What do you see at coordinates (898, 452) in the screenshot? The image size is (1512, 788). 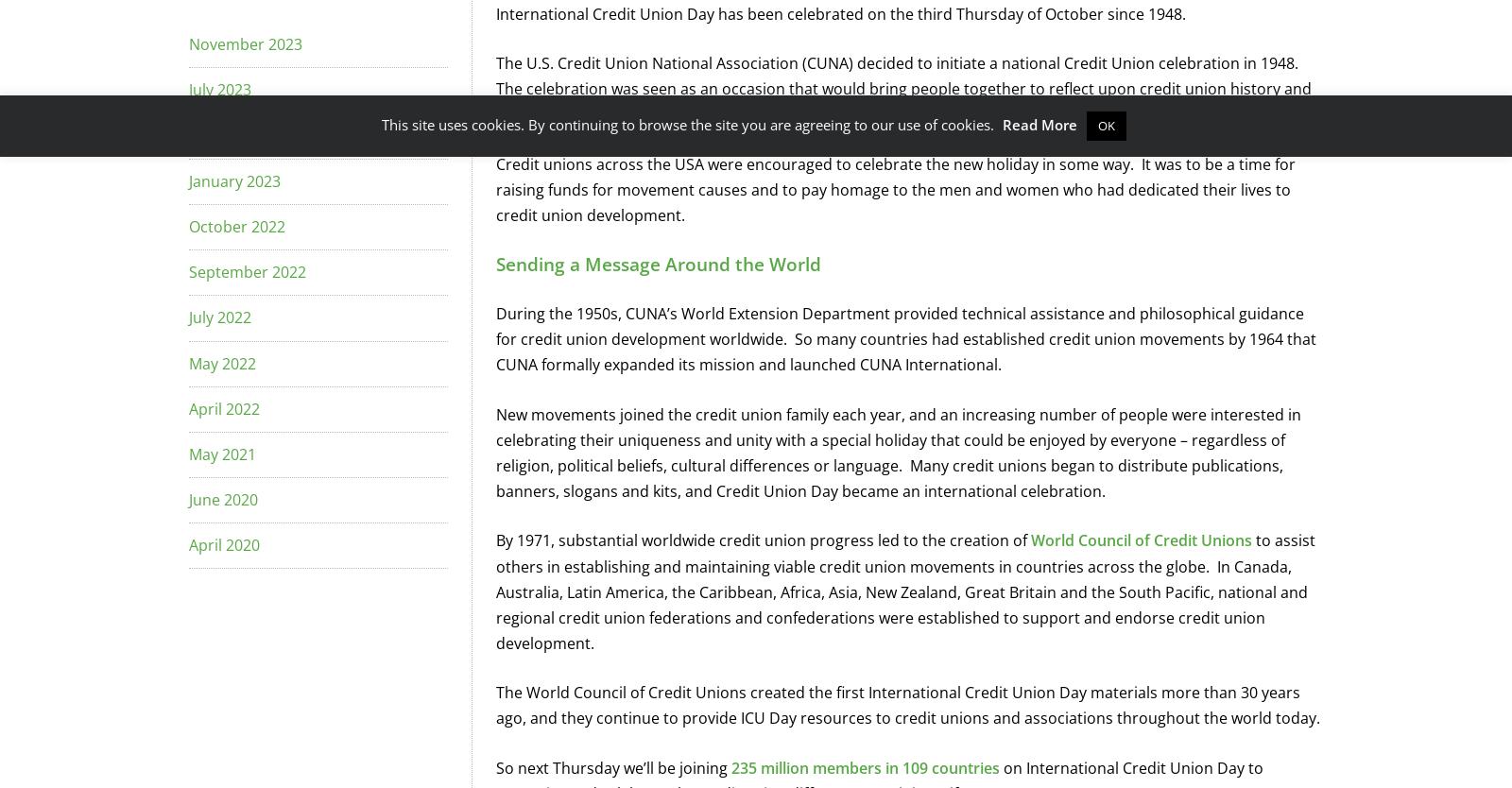 I see `'New movements joined the credit union family each year, and an increasing number of people were interested in celebrating their uniqueness and unity with a special holiday that could be enjoyed by everyone – regardless of religion, political beliefs, cultural differences or language.  Many credit unions began to distribute publications, banners, slogans and kits, and Credit Union Day became an international celebration.'` at bounding box center [898, 452].